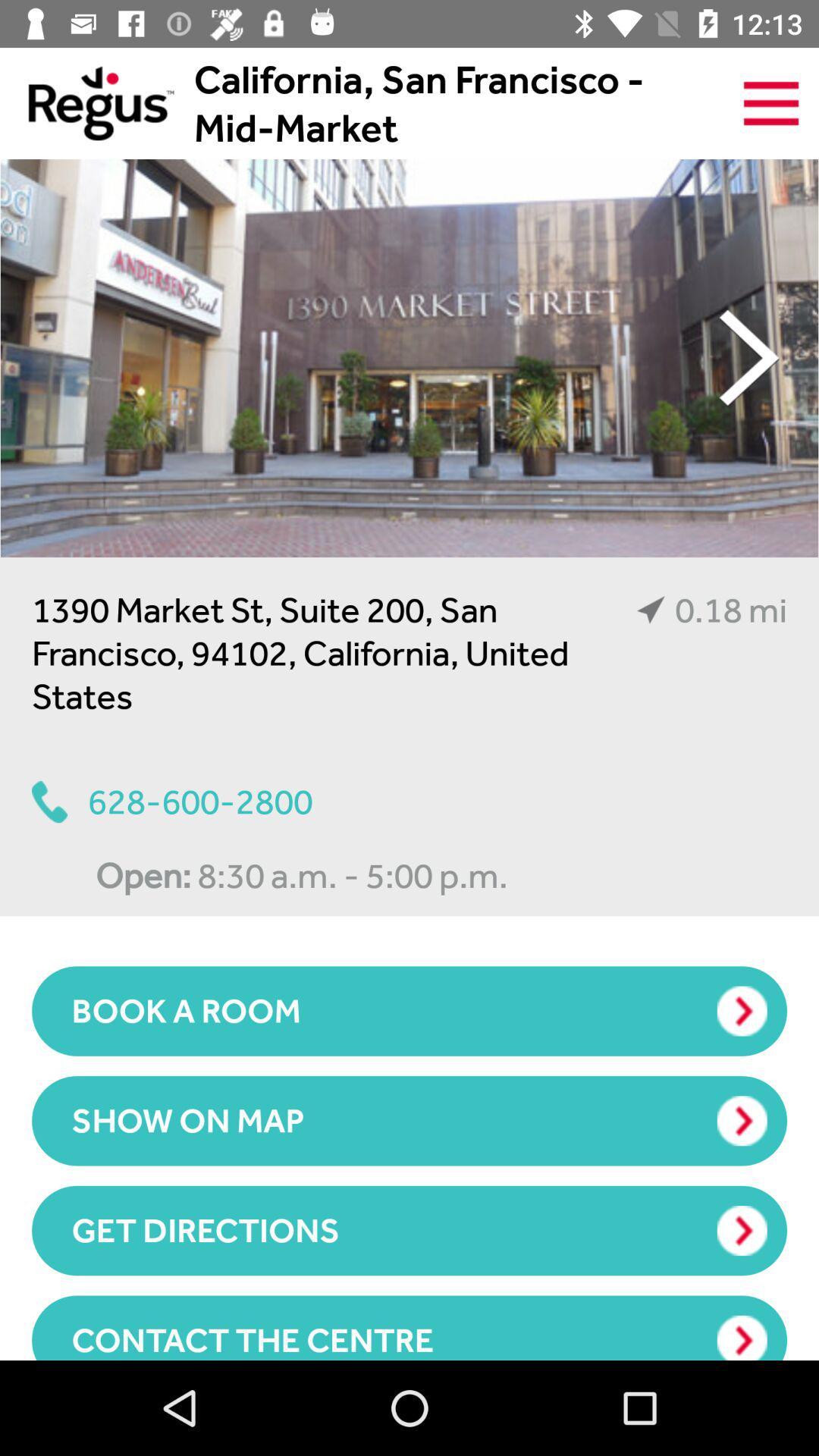 This screenshot has width=819, height=1456. Describe the element at coordinates (86, 102) in the screenshot. I see `homepage` at that location.